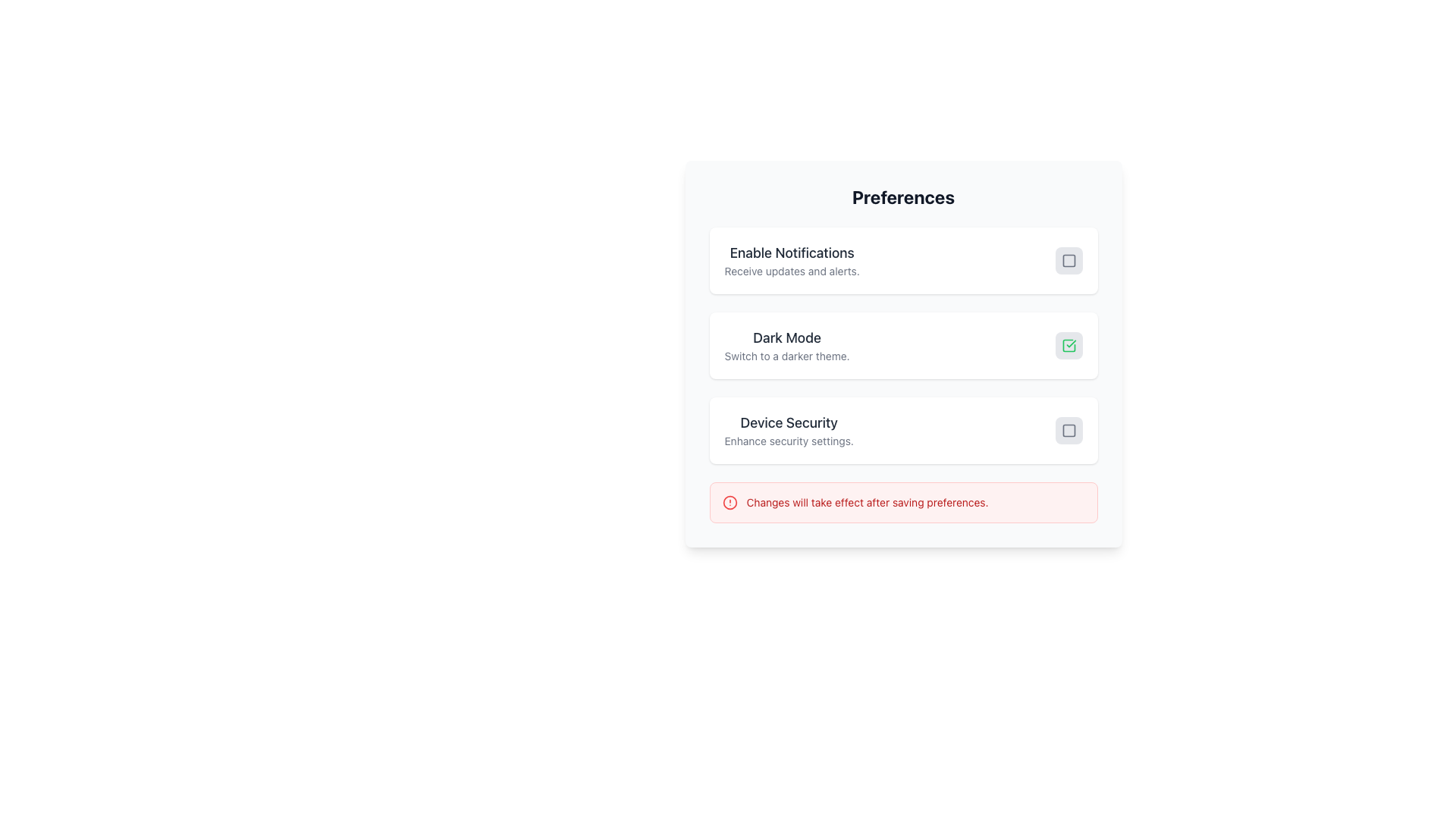 The width and height of the screenshot is (1456, 819). I want to click on the 'Device Security' text label, which serves as the title for the Device Security preference section, located in the third row of the preferences panel above the description 'Enhance security settings.', so click(789, 423).